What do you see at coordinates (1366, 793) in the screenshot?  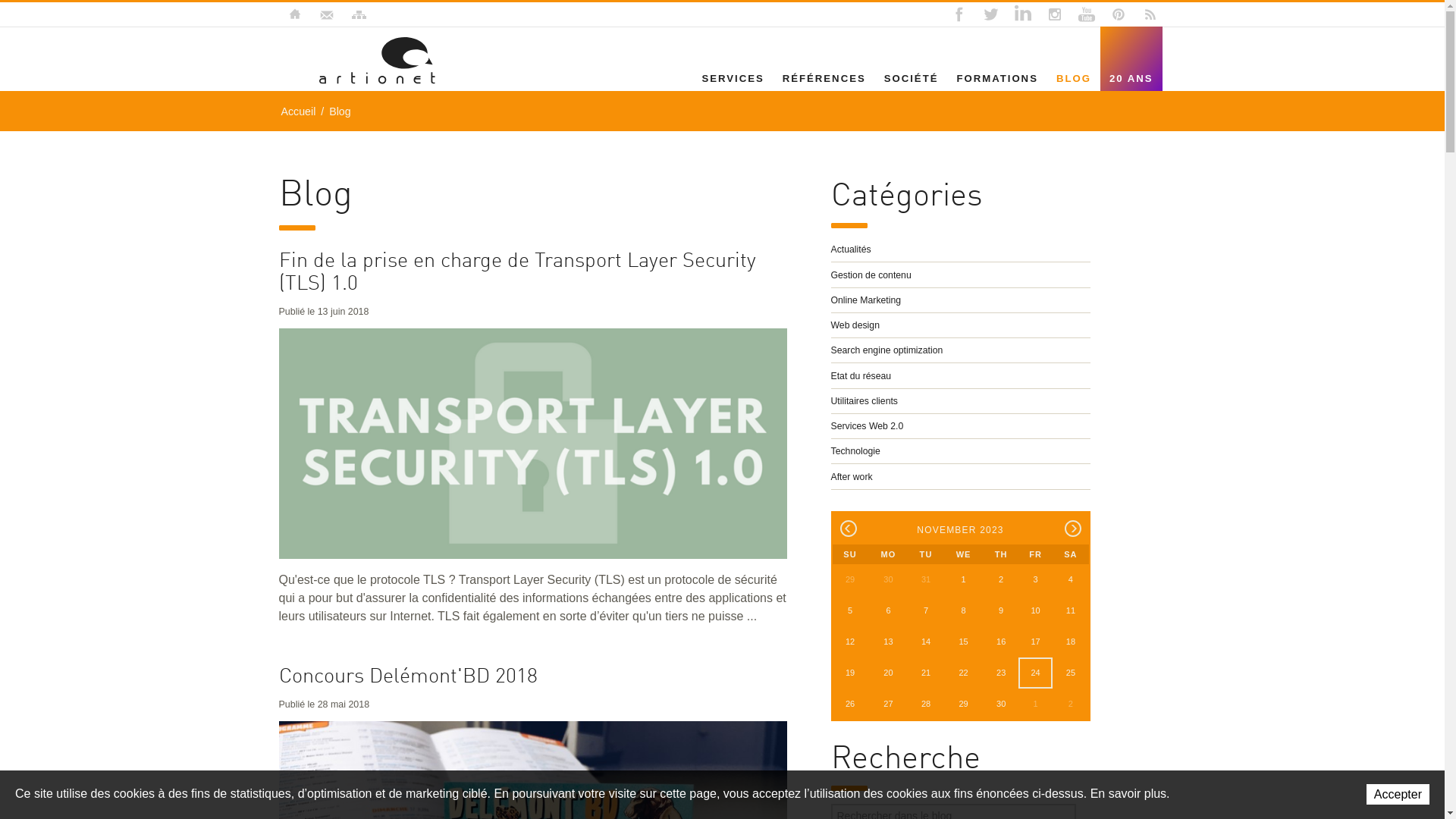 I see `'Accepter'` at bounding box center [1366, 793].